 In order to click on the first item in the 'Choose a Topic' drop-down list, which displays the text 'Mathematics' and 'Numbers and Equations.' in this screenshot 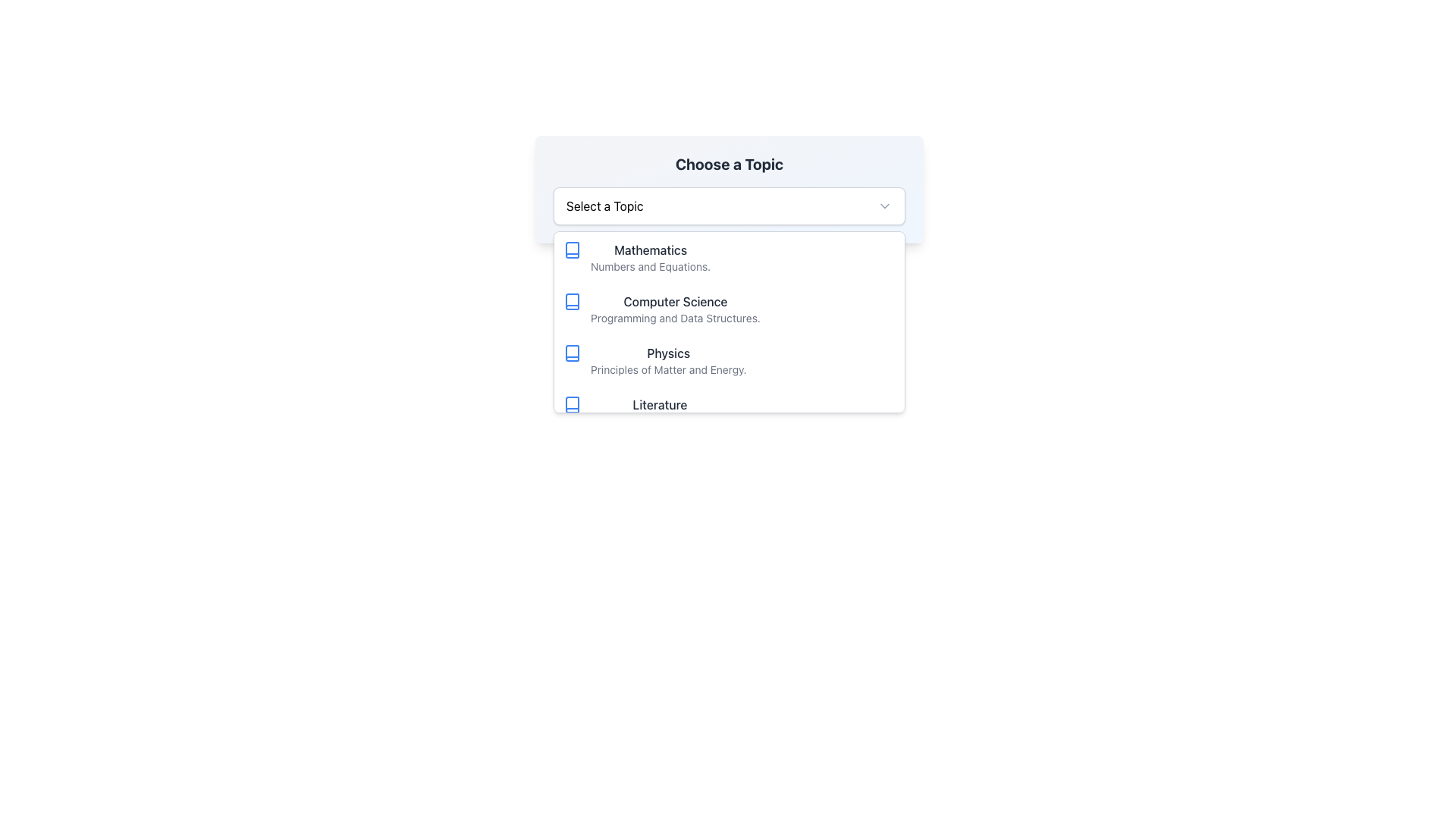, I will do `click(651, 256)`.